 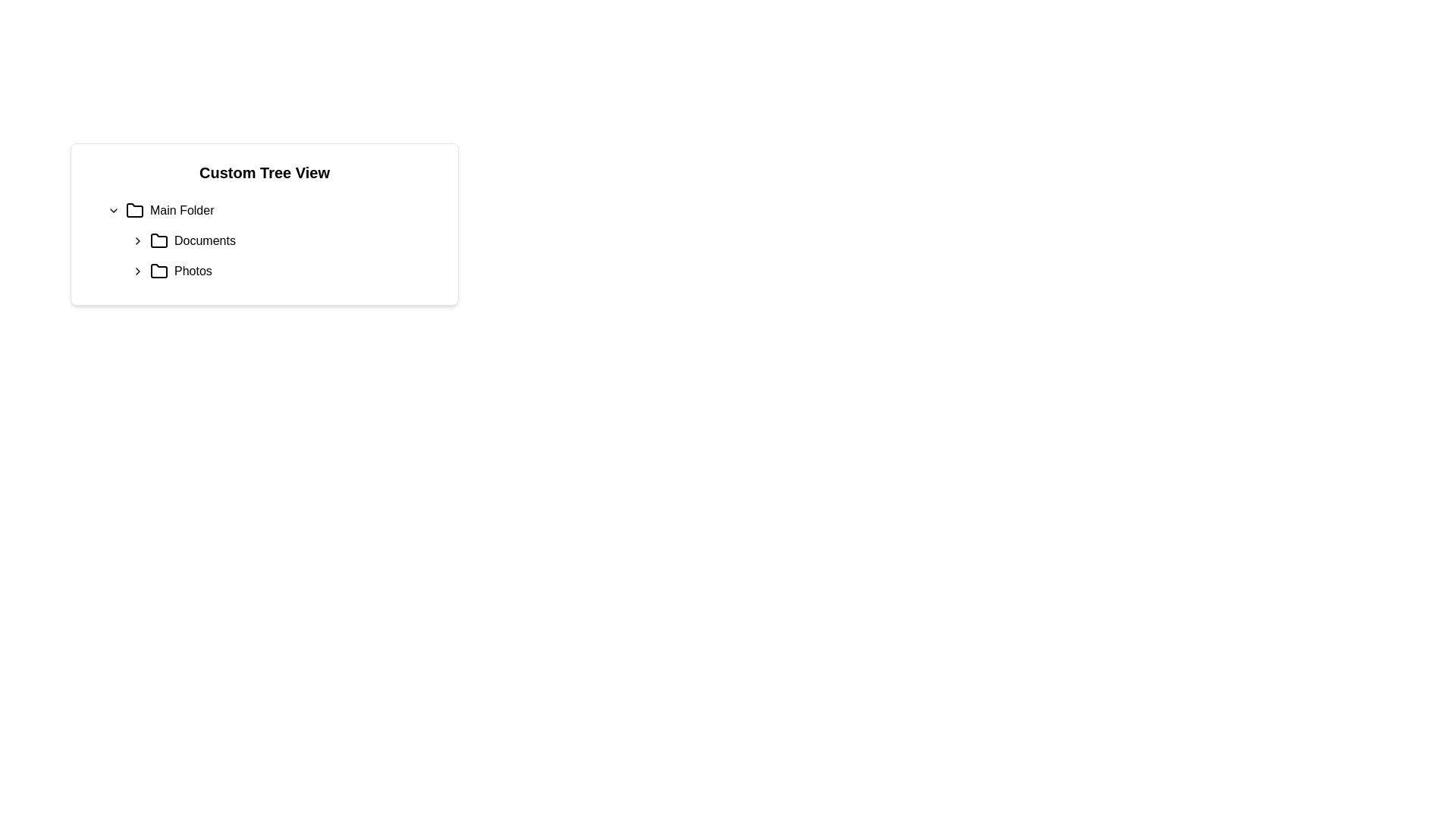 I want to click on the stylized folder icon representing the 'Photos' subfolder in the hierarchical tree view, which is positioned to the left of the 'Photos' label, so click(x=159, y=270).